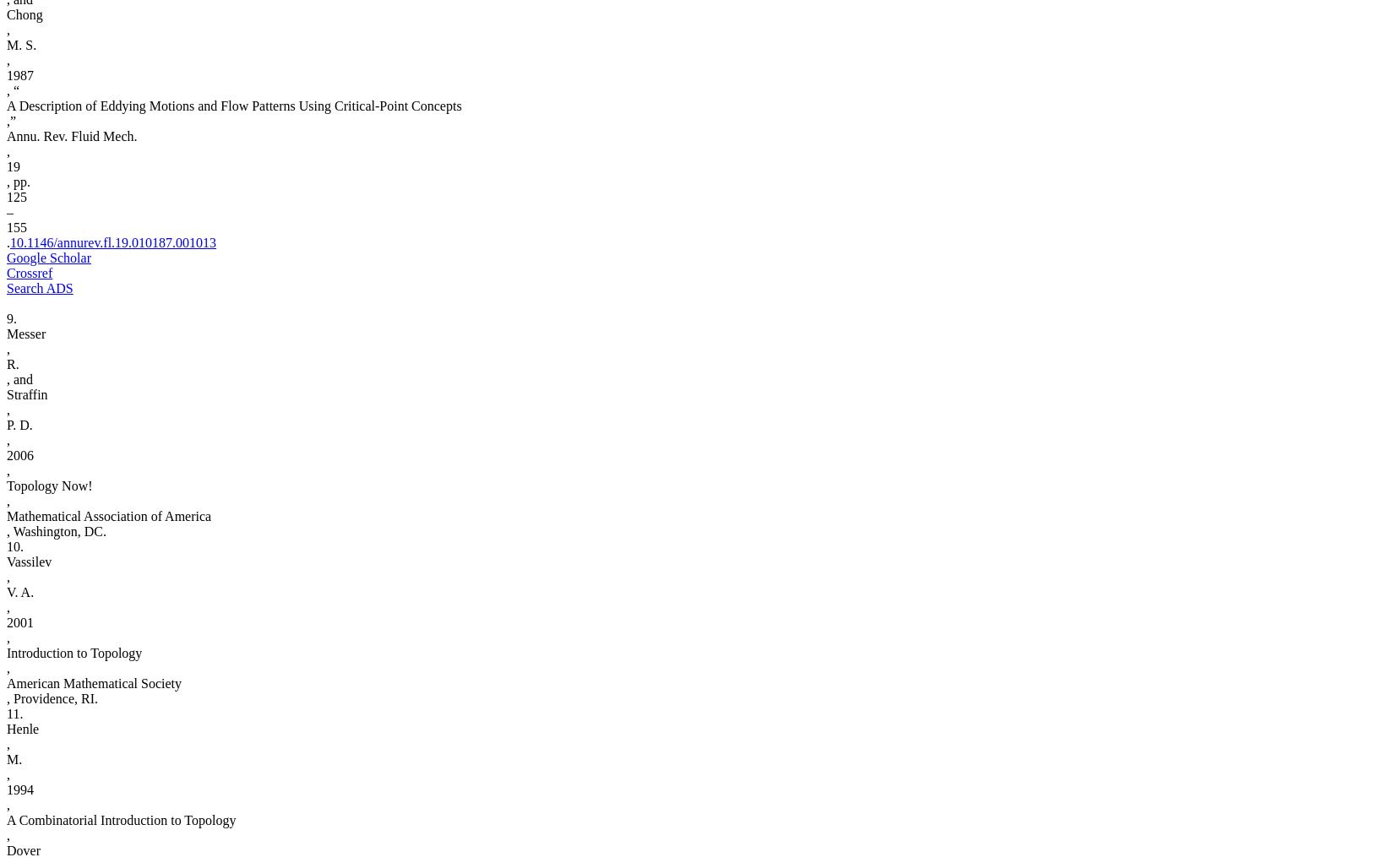 The width and height of the screenshot is (1399, 868). I want to click on 'Crossref', so click(28, 272).